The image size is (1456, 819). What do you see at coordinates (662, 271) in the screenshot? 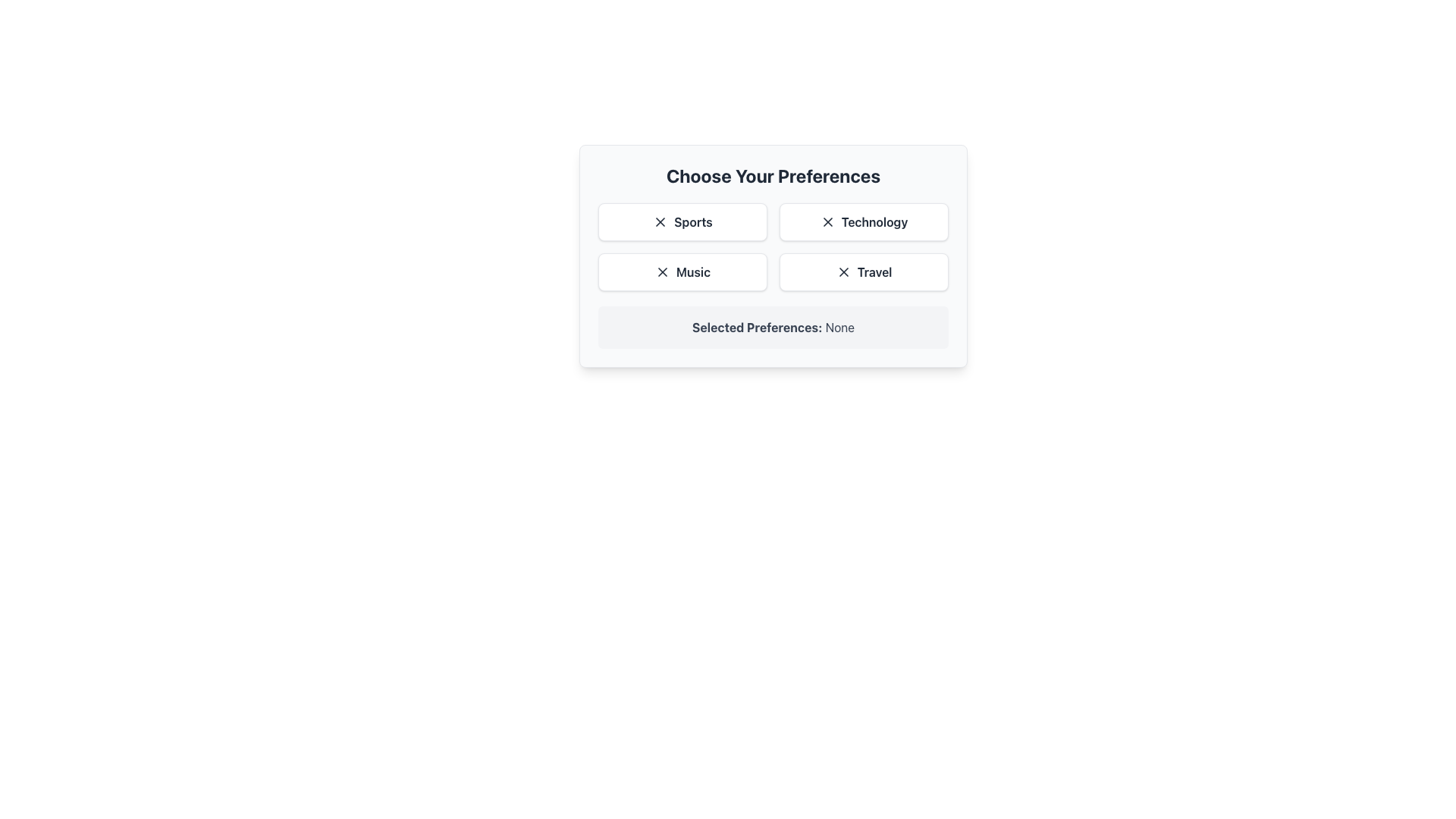
I see `the small black 'X' icon on the left side of the 'Music' button to deselect the 'Music' preference` at bounding box center [662, 271].